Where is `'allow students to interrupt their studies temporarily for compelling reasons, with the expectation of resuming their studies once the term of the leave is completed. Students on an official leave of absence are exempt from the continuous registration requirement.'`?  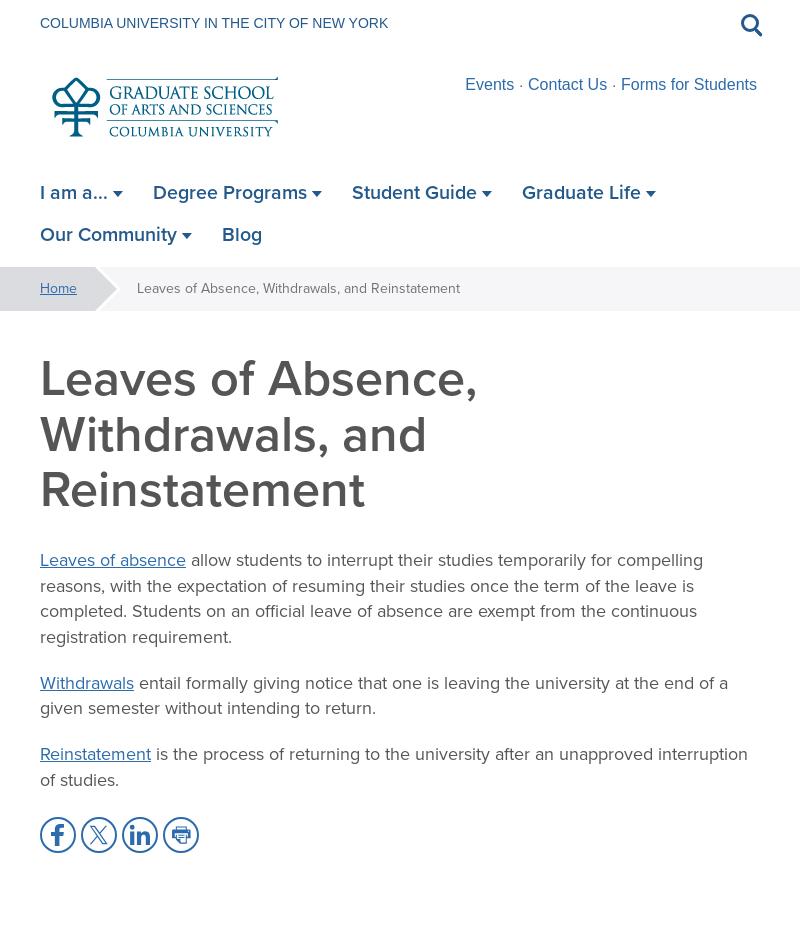 'allow students to interrupt their studies temporarily for compelling reasons, with the expectation of resuming their studies once the term of the leave is completed. Students on an official leave of absence are exempt from the continuous registration requirement.' is located at coordinates (370, 596).